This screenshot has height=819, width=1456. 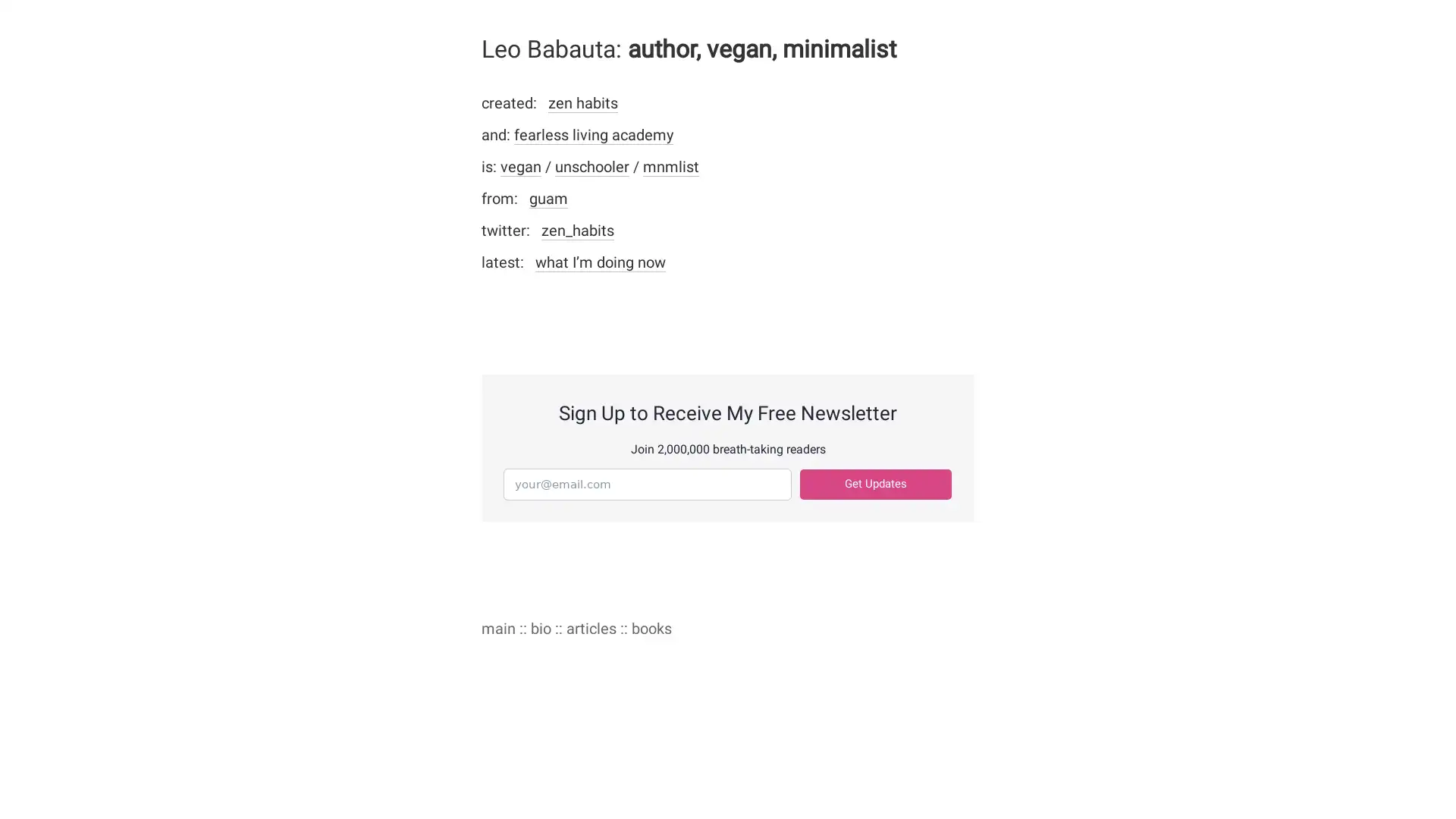 What do you see at coordinates (876, 484) in the screenshot?
I see `Get Updates` at bounding box center [876, 484].